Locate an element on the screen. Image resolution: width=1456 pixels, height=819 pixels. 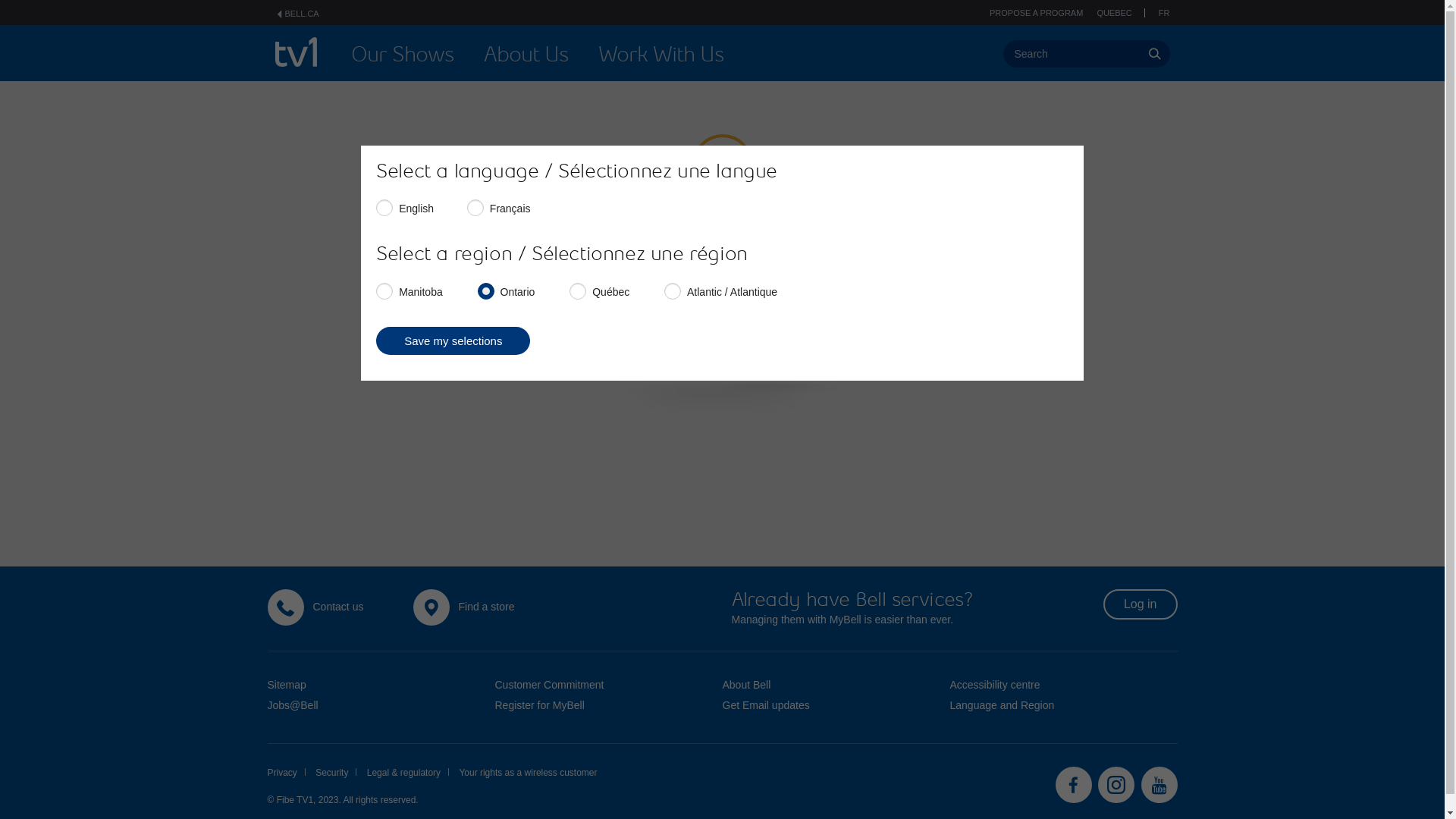
'Search' is located at coordinates (1084, 52).